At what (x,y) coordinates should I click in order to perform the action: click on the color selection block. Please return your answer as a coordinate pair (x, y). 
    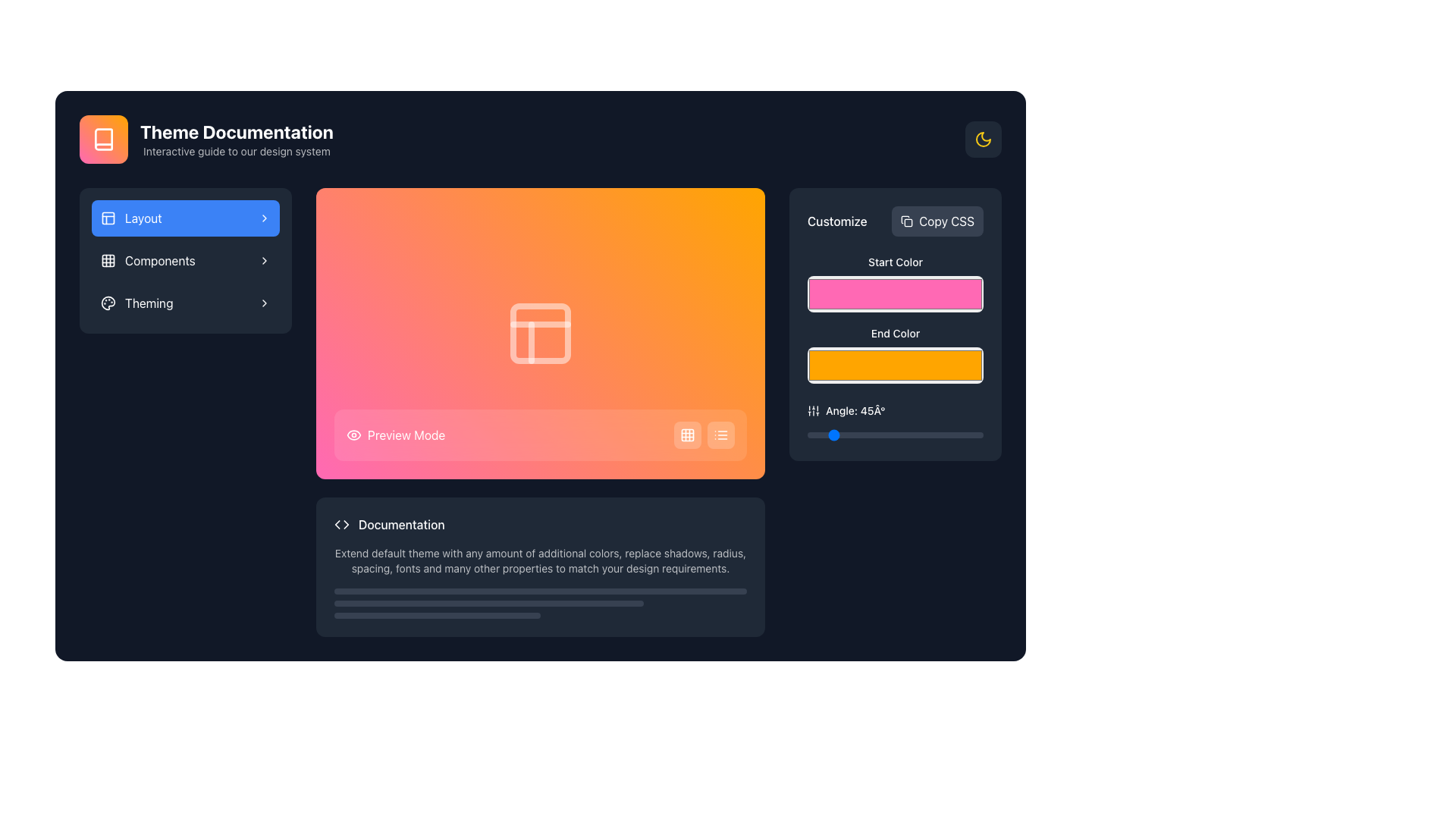
    Looking at the image, I should click on (895, 318).